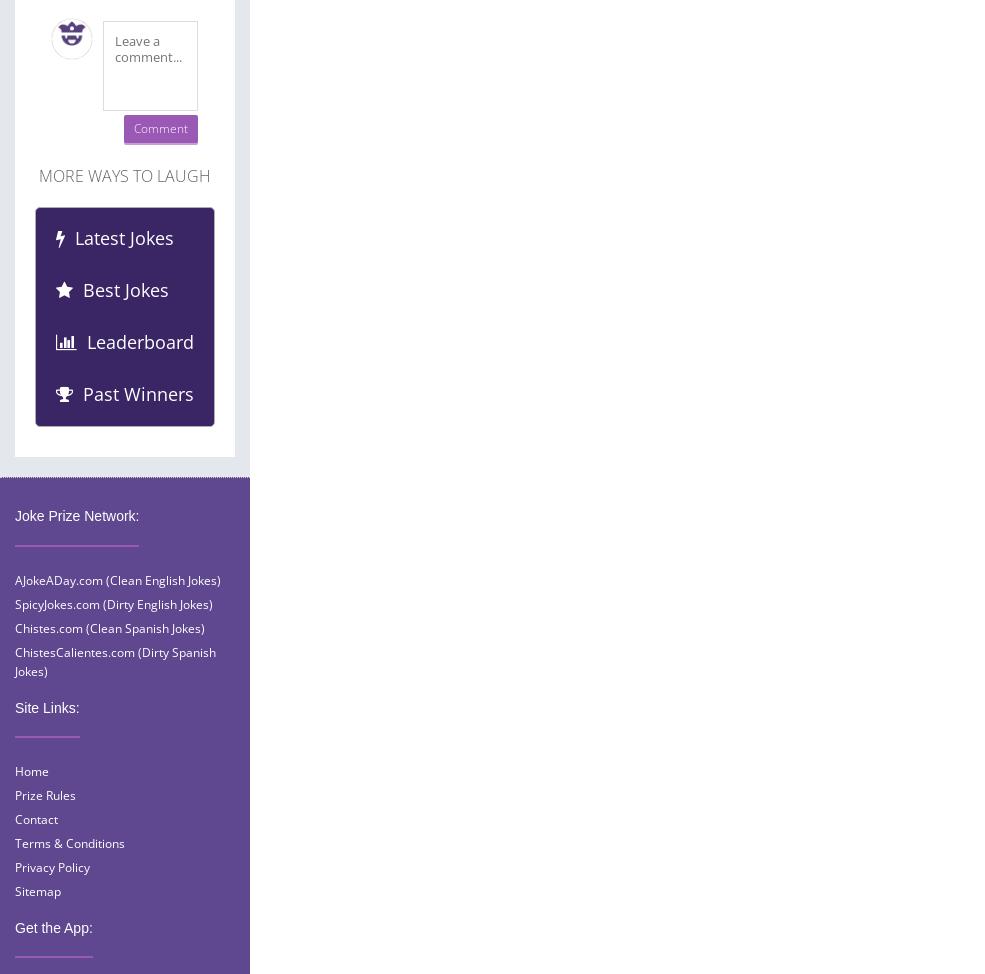 The width and height of the screenshot is (985, 974). I want to click on 'Past Winners', so click(71, 393).